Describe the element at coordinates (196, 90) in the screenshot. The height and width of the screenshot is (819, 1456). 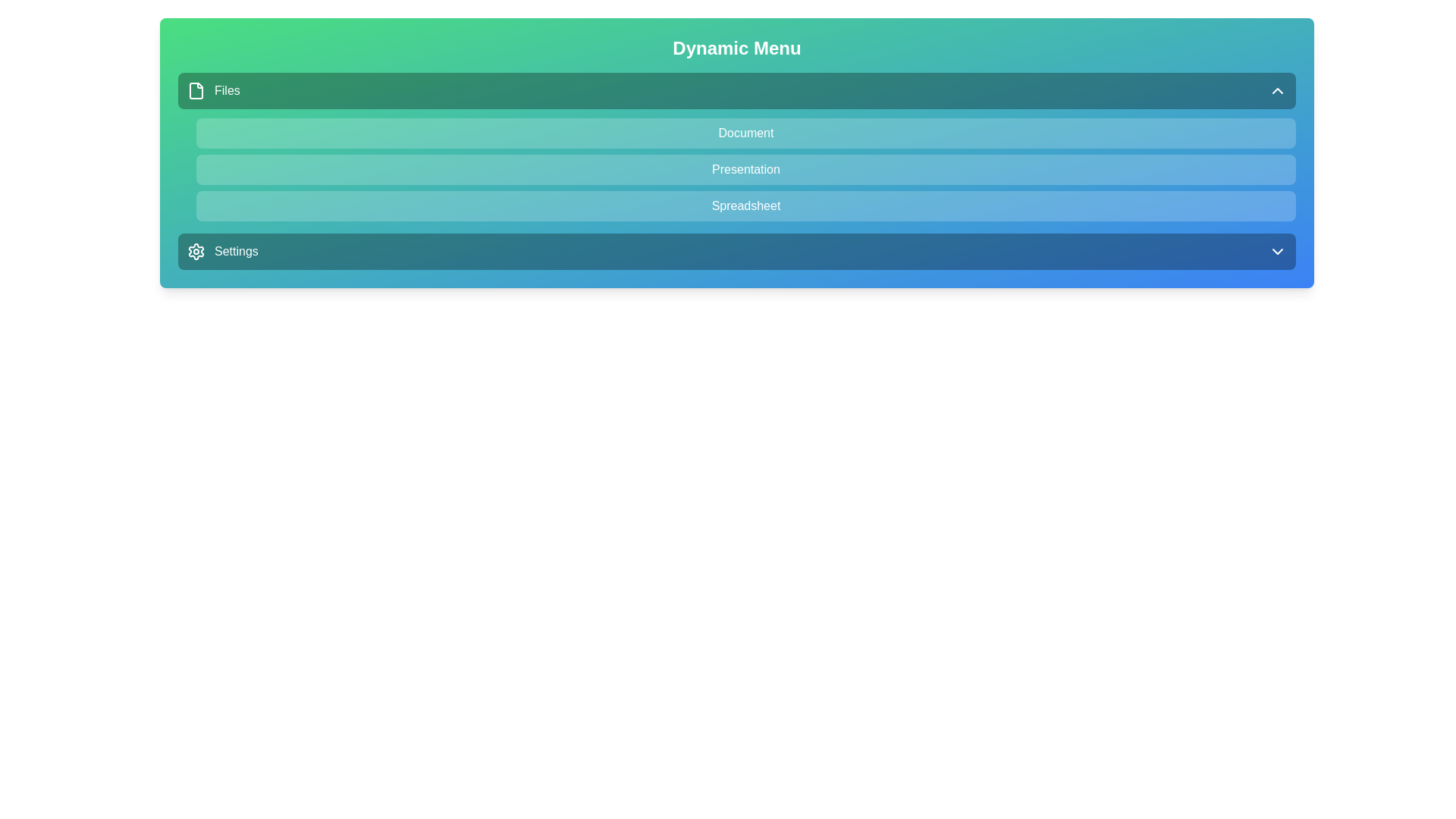
I see `the decorative SVG graphic element with a file icon design located in the left section of the header labeled 'Files'` at that location.